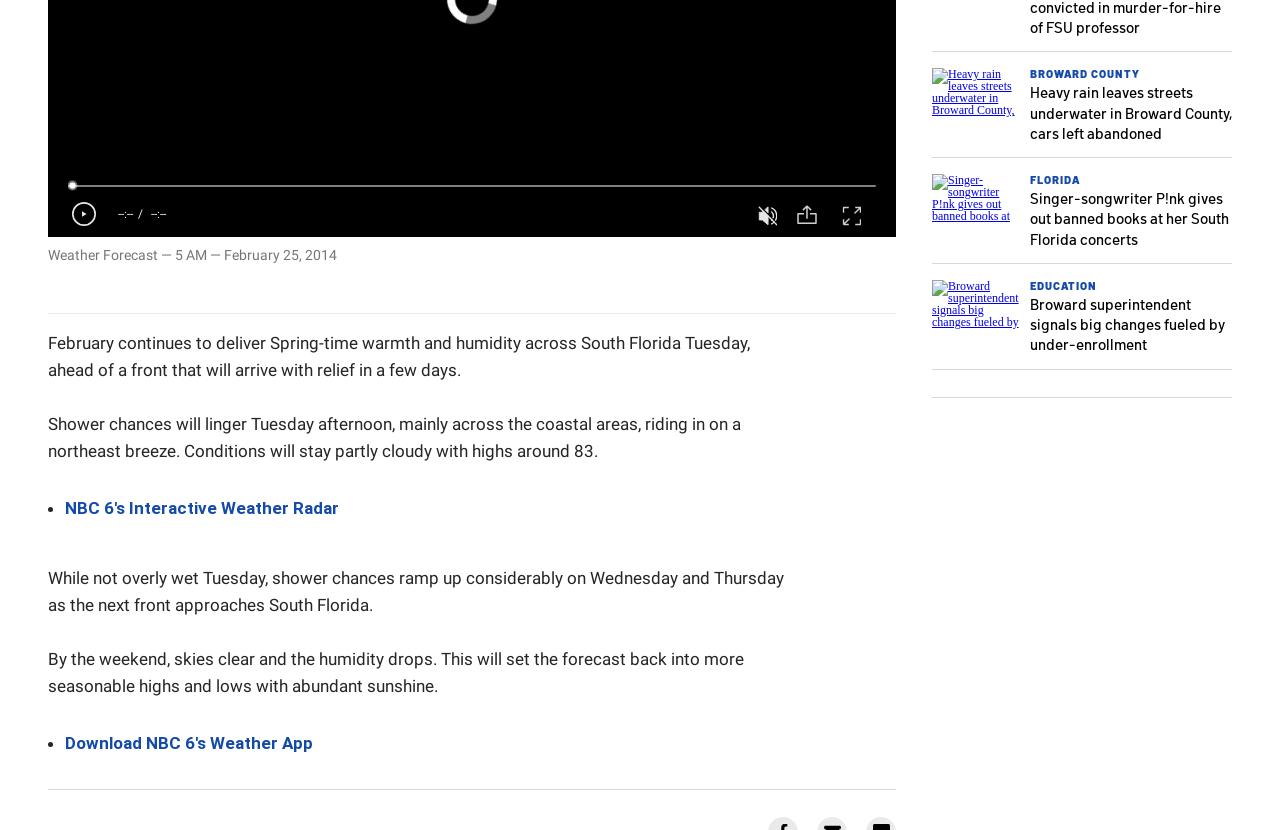  What do you see at coordinates (1084, 72) in the screenshot?
I see `'Broward County'` at bounding box center [1084, 72].